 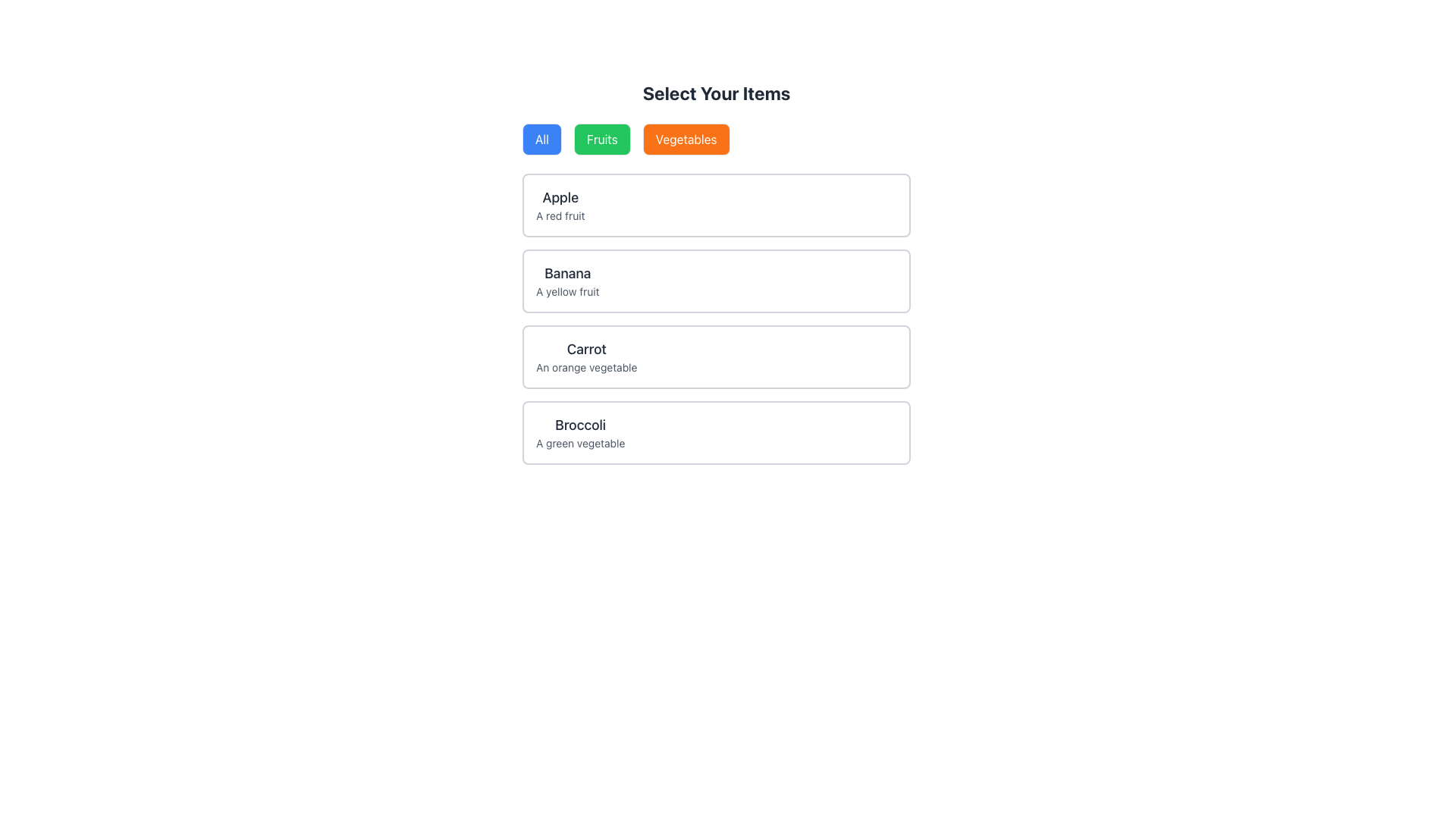 I want to click on the green 'Fruits' button with rounded corners, located between the 'All' button and the 'Vegetables' button, to filter items, so click(x=601, y=140).